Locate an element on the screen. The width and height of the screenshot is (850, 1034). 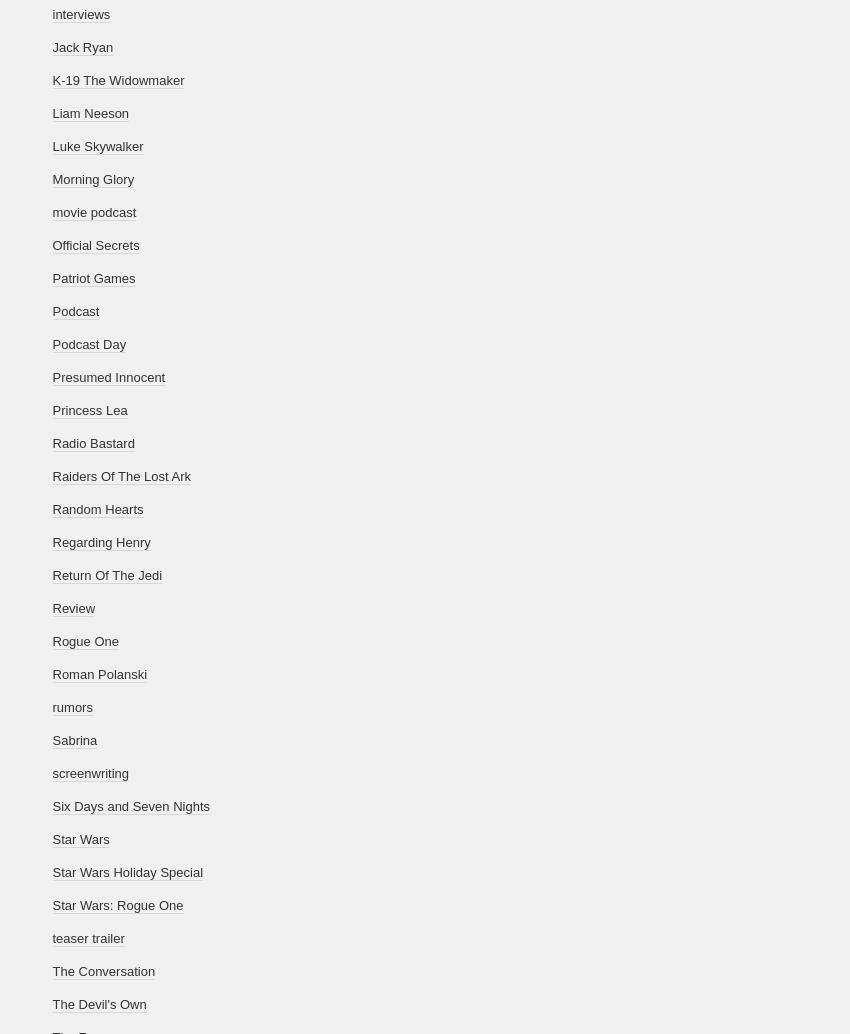
'Roman Polanski' is located at coordinates (98, 674).